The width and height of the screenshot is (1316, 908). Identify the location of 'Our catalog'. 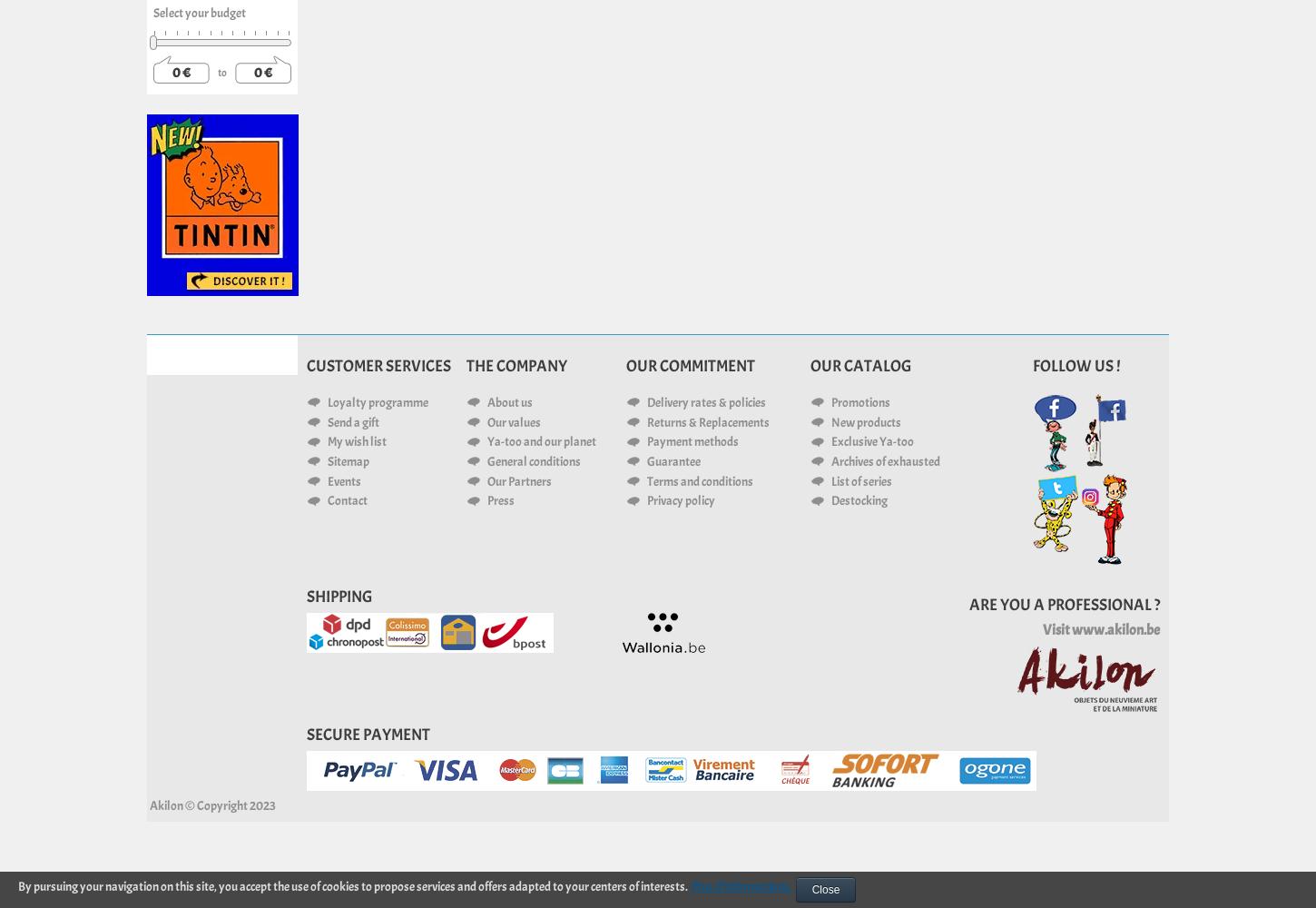
(859, 365).